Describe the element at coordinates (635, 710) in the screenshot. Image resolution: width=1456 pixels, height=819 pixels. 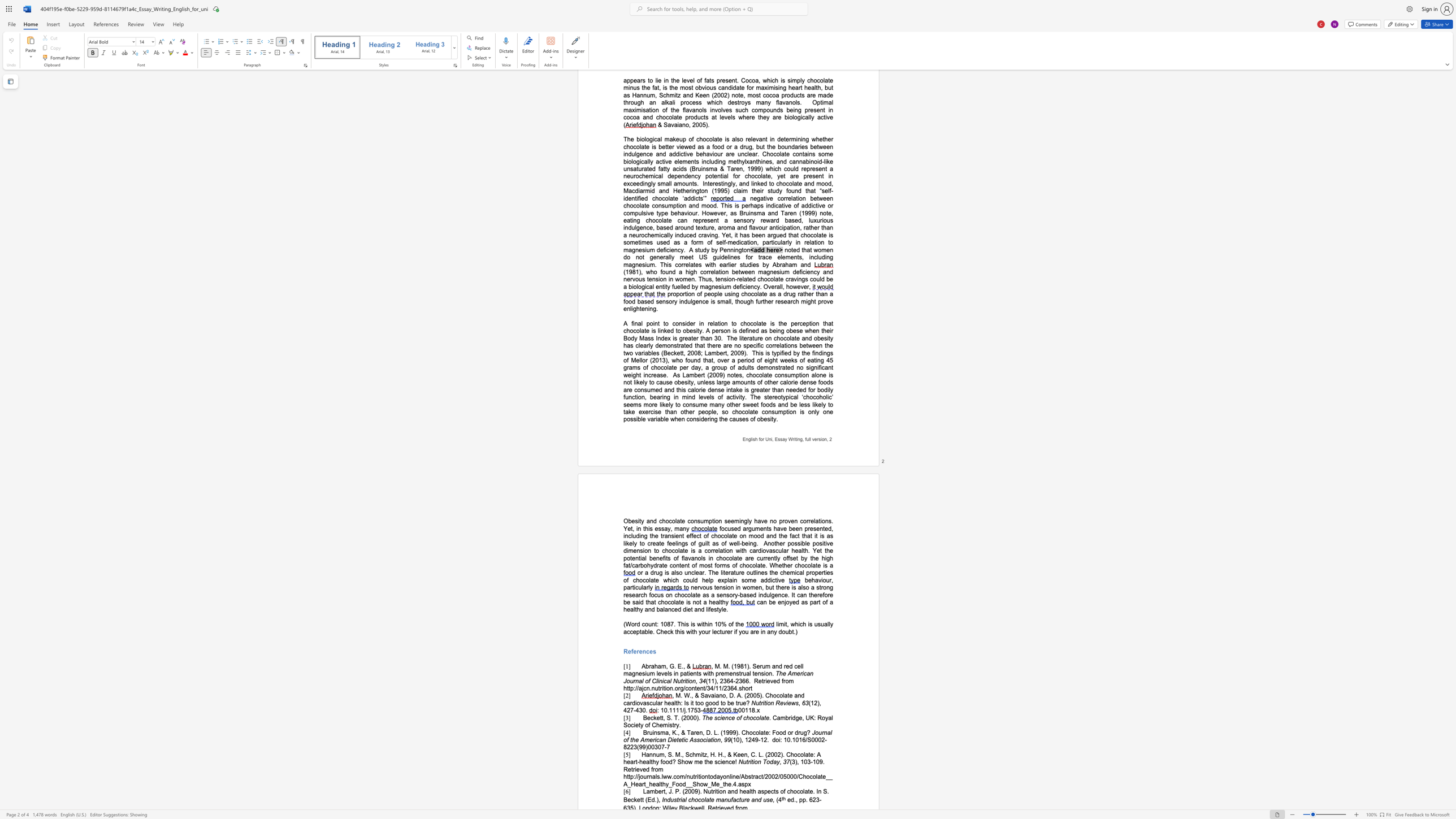
I see `the subset text "43" within the text "(12), 427-430."` at that location.